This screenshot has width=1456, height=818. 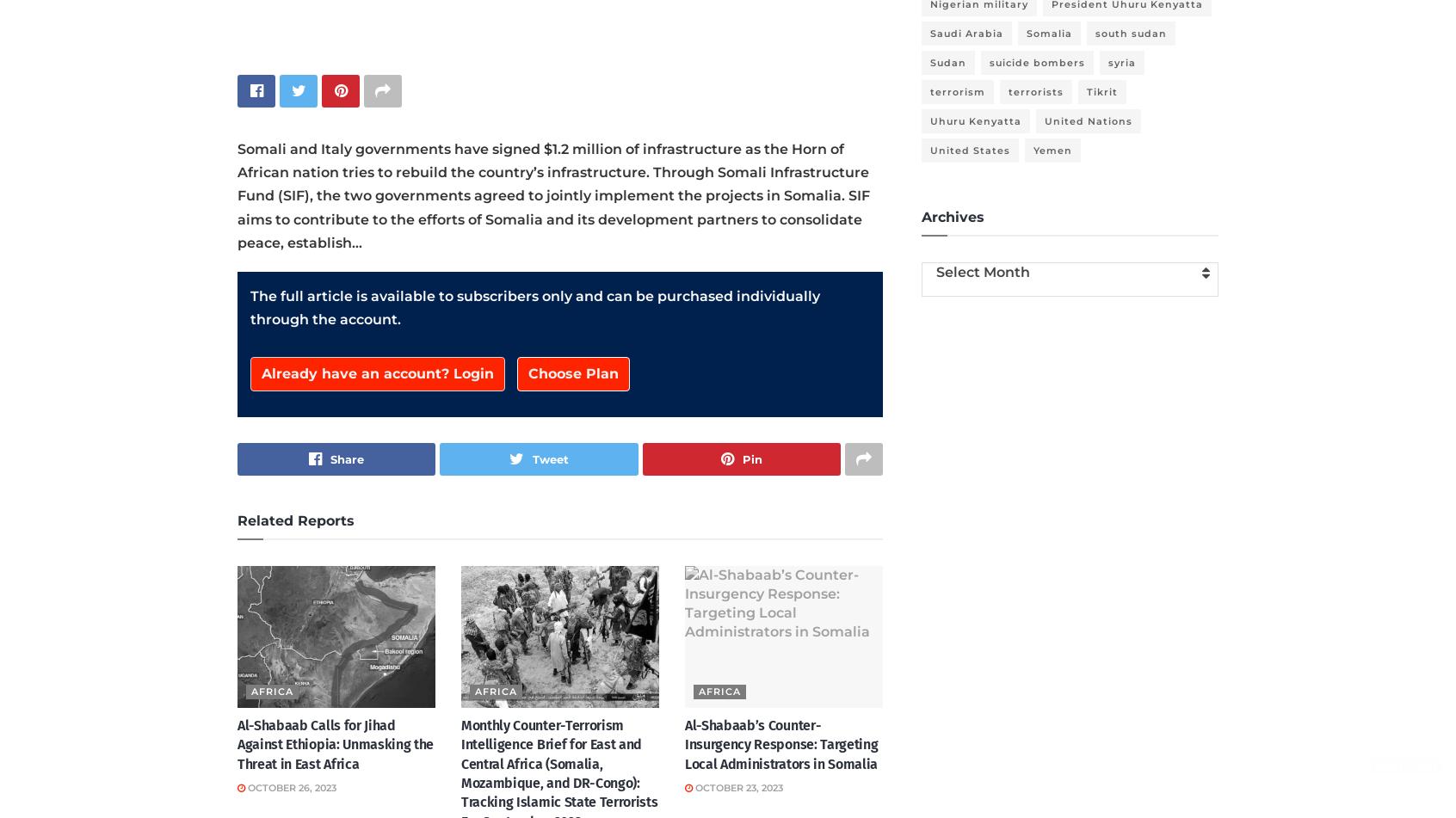 What do you see at coordinates (550, 458) in the screenshot?
I see `'Tweet'` at bounding box center [550, 458].